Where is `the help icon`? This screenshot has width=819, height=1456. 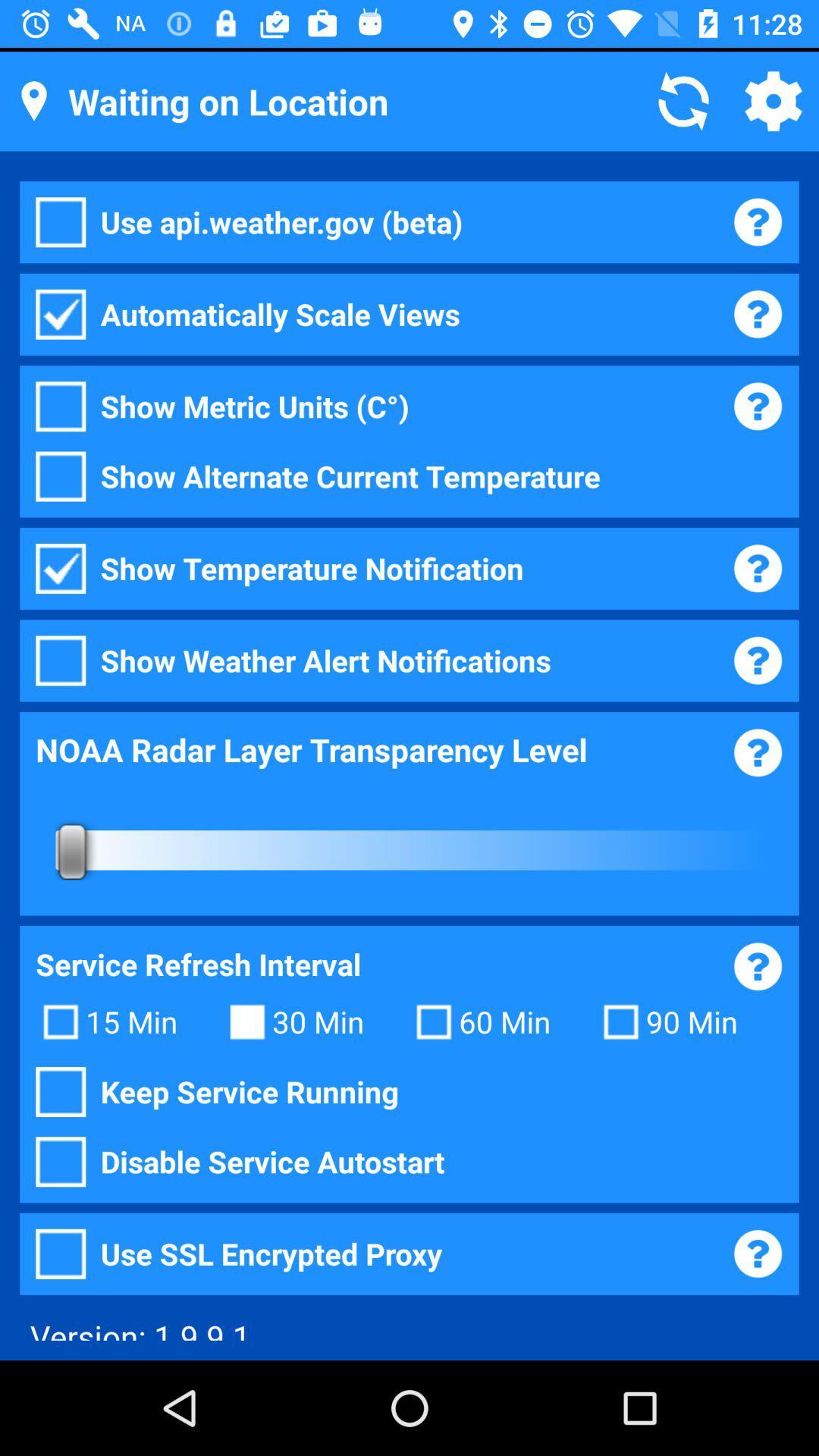
the help icon is located at coordinates (758, 406).